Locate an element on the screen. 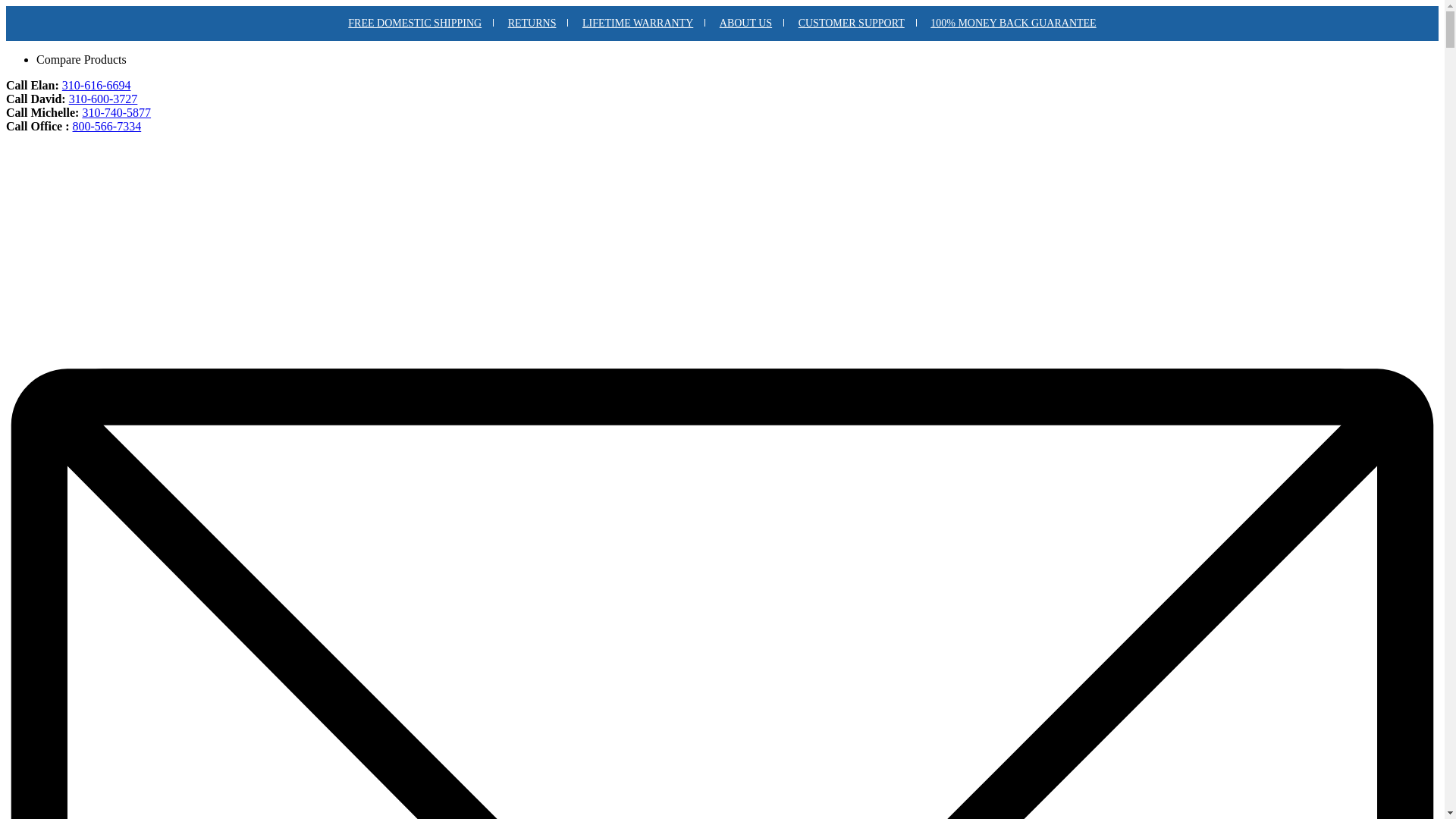 This screenshot has width=1456, height=819. '310-740-5877' is located at coordinates (81, 111).